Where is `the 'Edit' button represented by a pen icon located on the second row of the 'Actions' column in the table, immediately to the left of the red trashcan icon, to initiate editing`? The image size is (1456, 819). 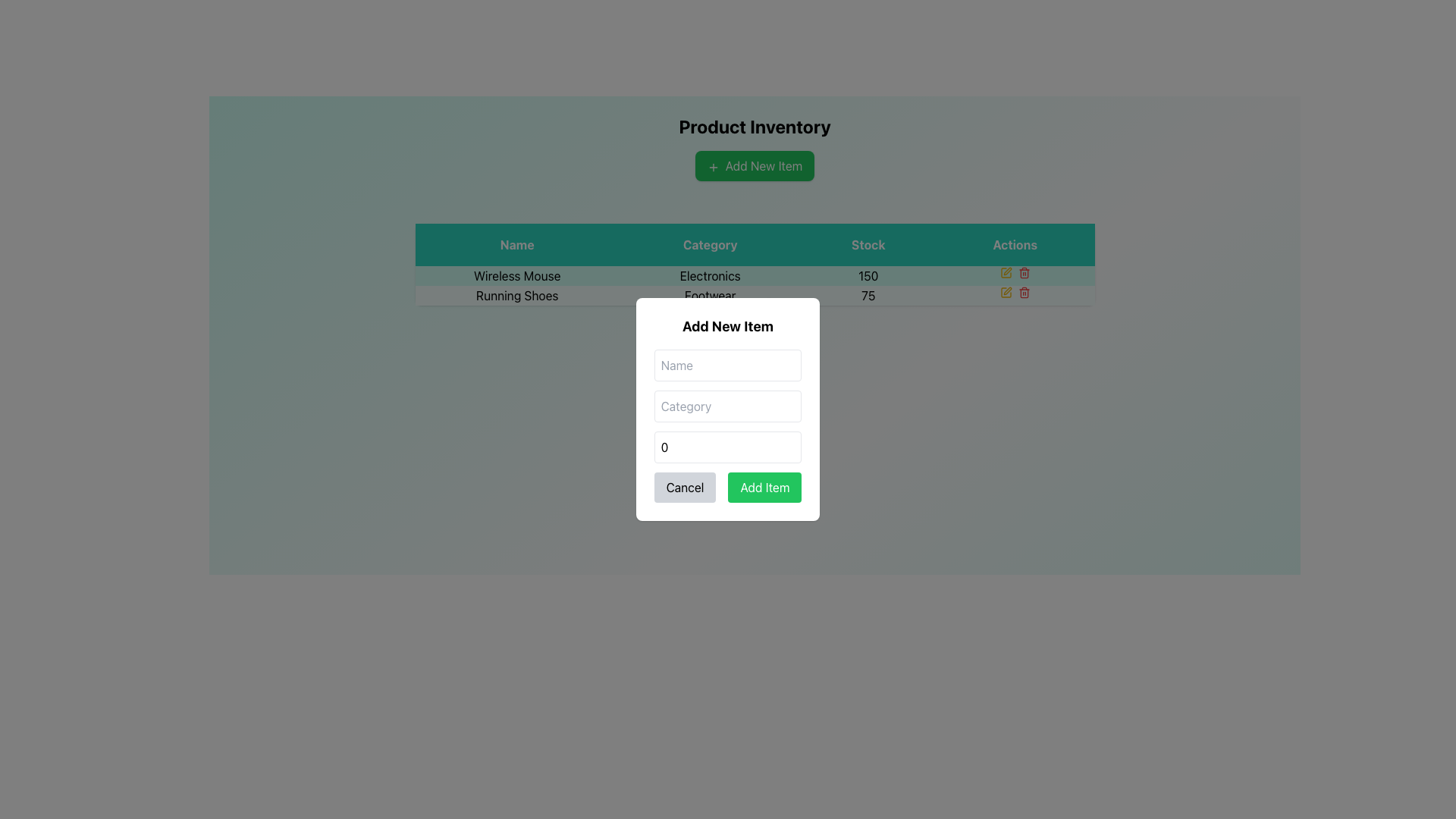
the 'Edit' button represented by a pen icon located on the second row of the 'Actions' column in the table, immediately to the left of the red trashcan icon, to initiate editing is located at coordinates (1006, 292).